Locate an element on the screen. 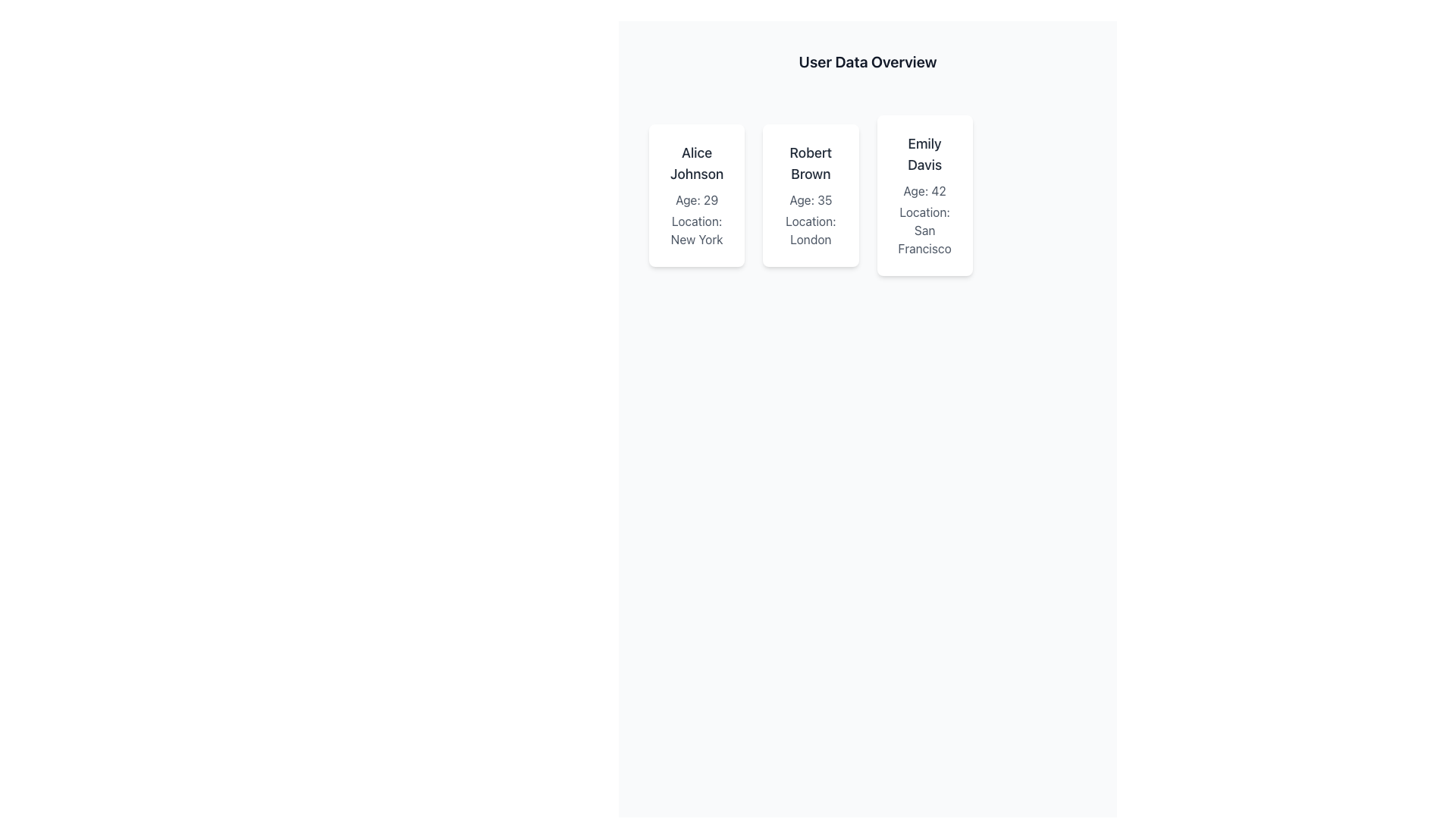 The width and height of the screenshot is (1456, 819). the specific user profile card within the Data card group located below the 'User Data Overview' header by moving the cursor to its center is located at coordinates (868, 195).